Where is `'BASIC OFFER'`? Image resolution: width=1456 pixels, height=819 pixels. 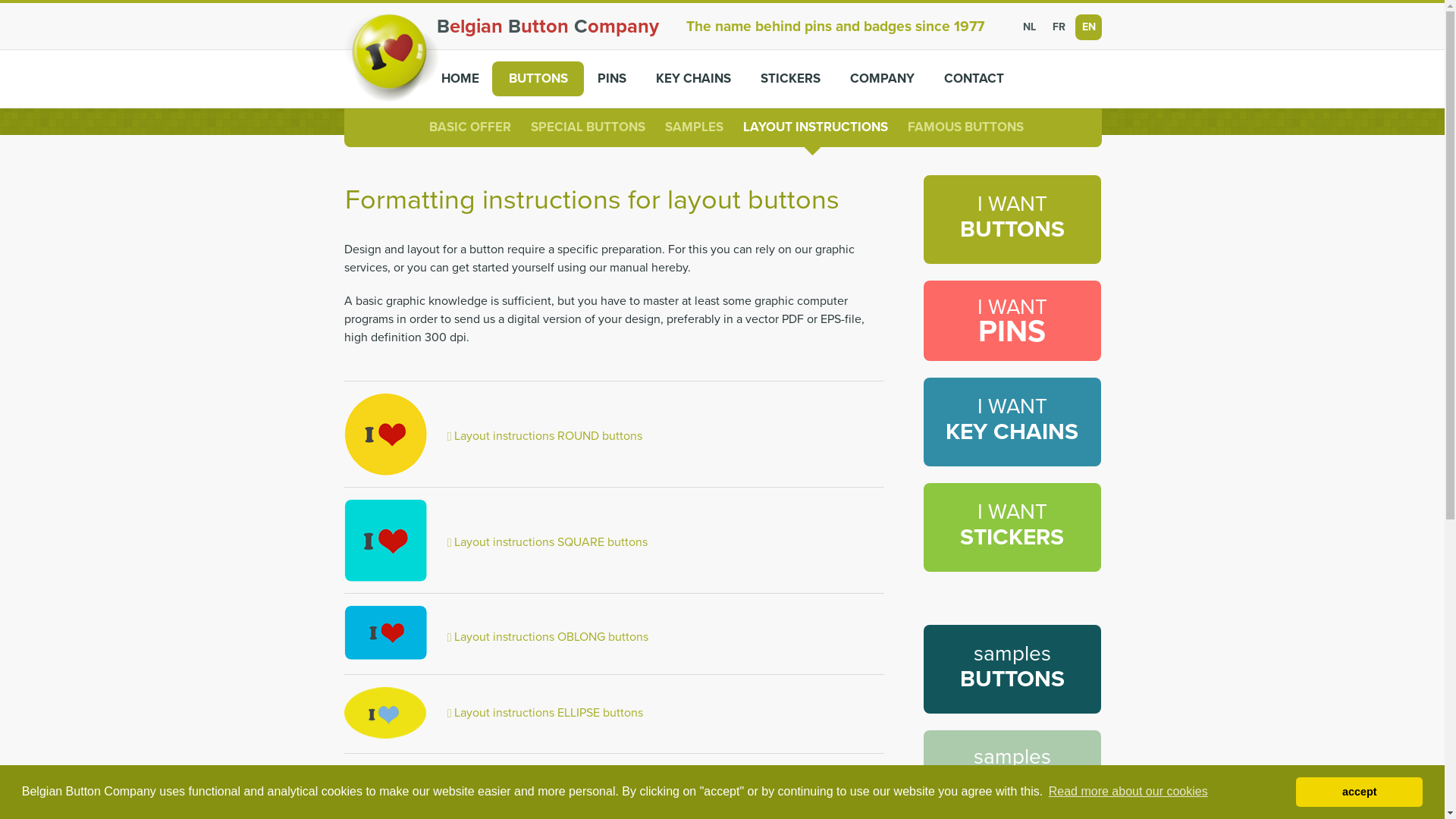 'BASIC OFFER' is located at coordinates (469, 127).